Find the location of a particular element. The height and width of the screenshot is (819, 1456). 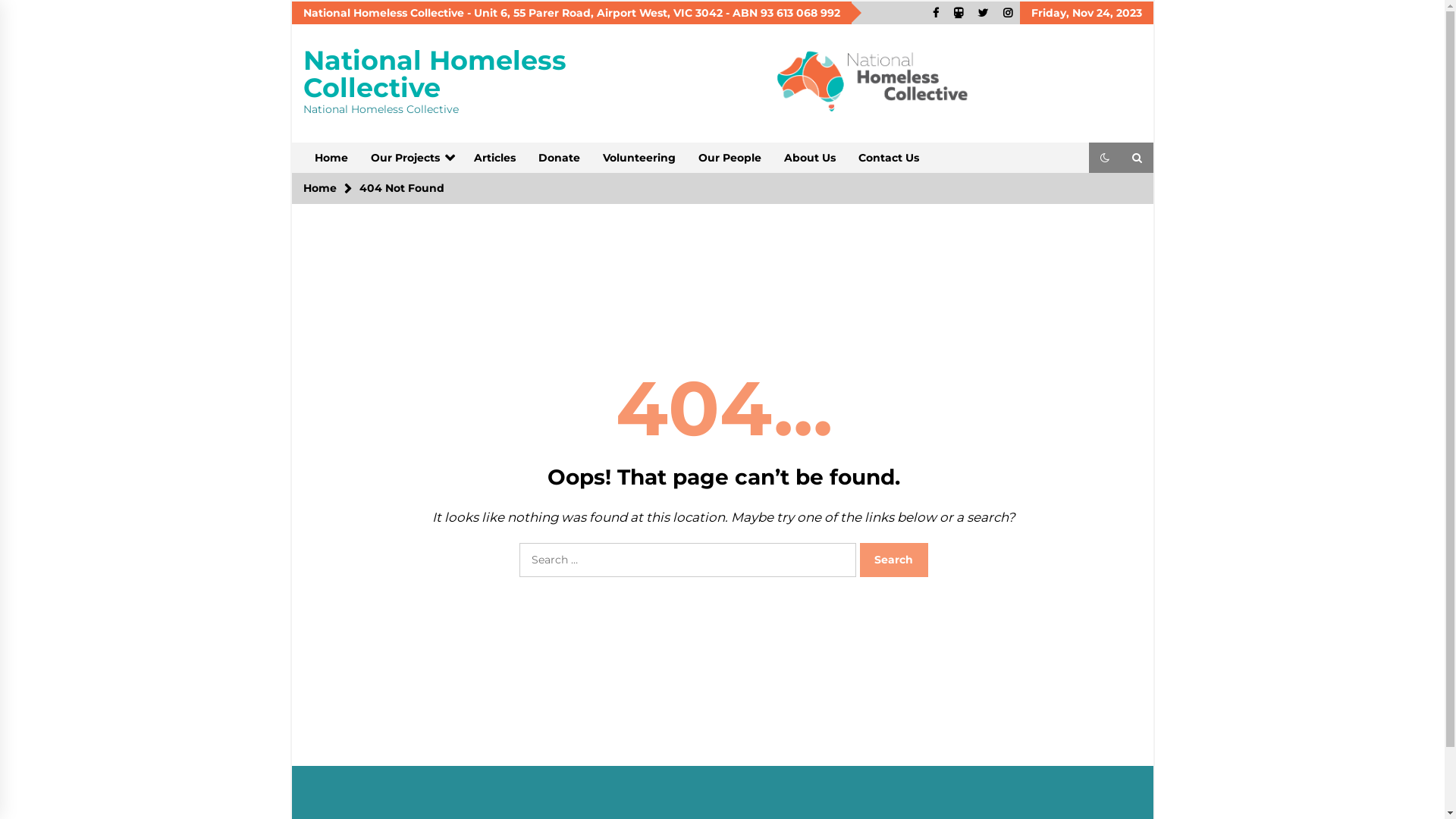

'404 Not Found' is located at coordinates (401, 187).